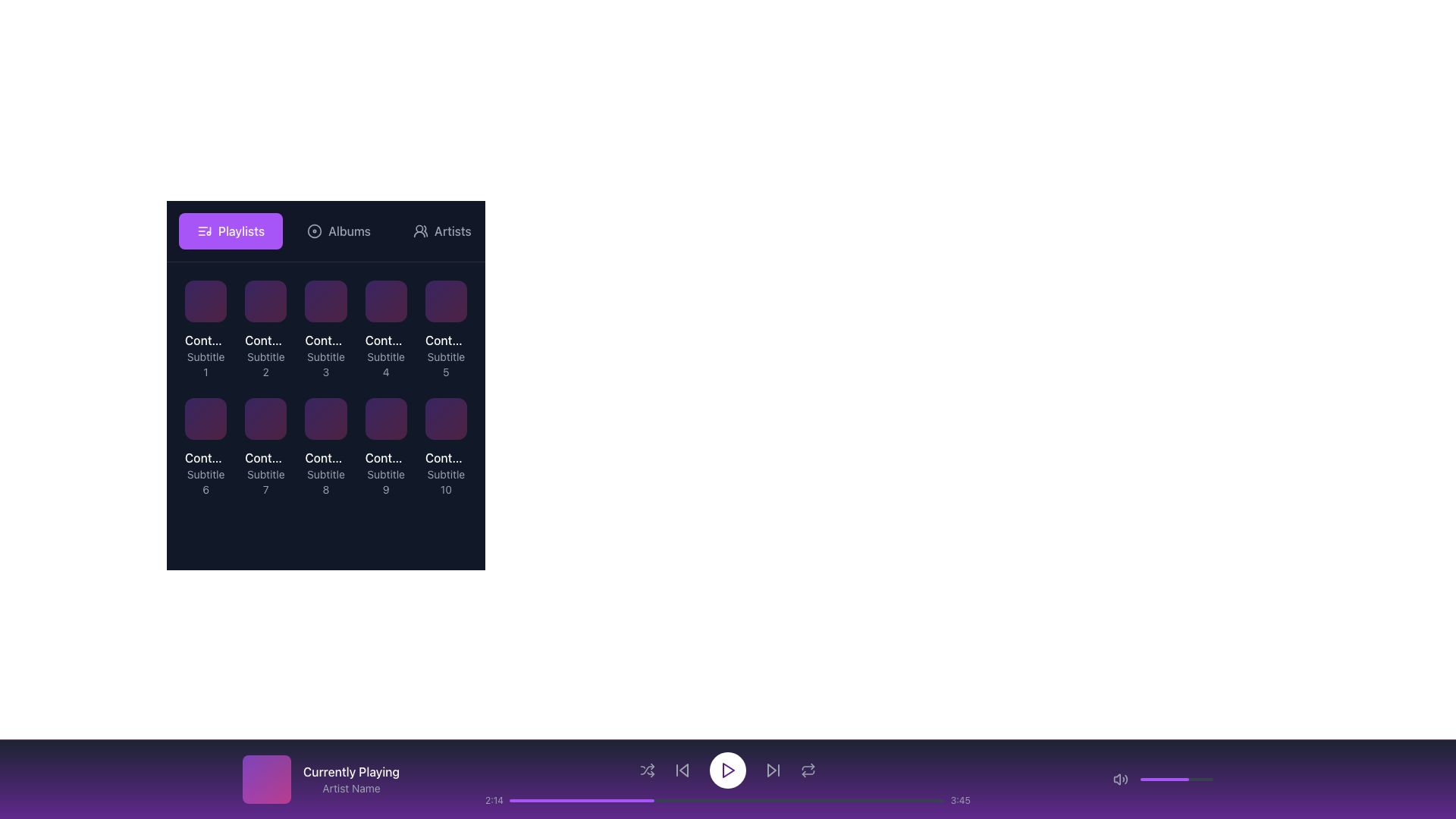  What do you see at coordinates (892, 800) in the screenshot?
I see `progress` at bounding box center [892, 800].